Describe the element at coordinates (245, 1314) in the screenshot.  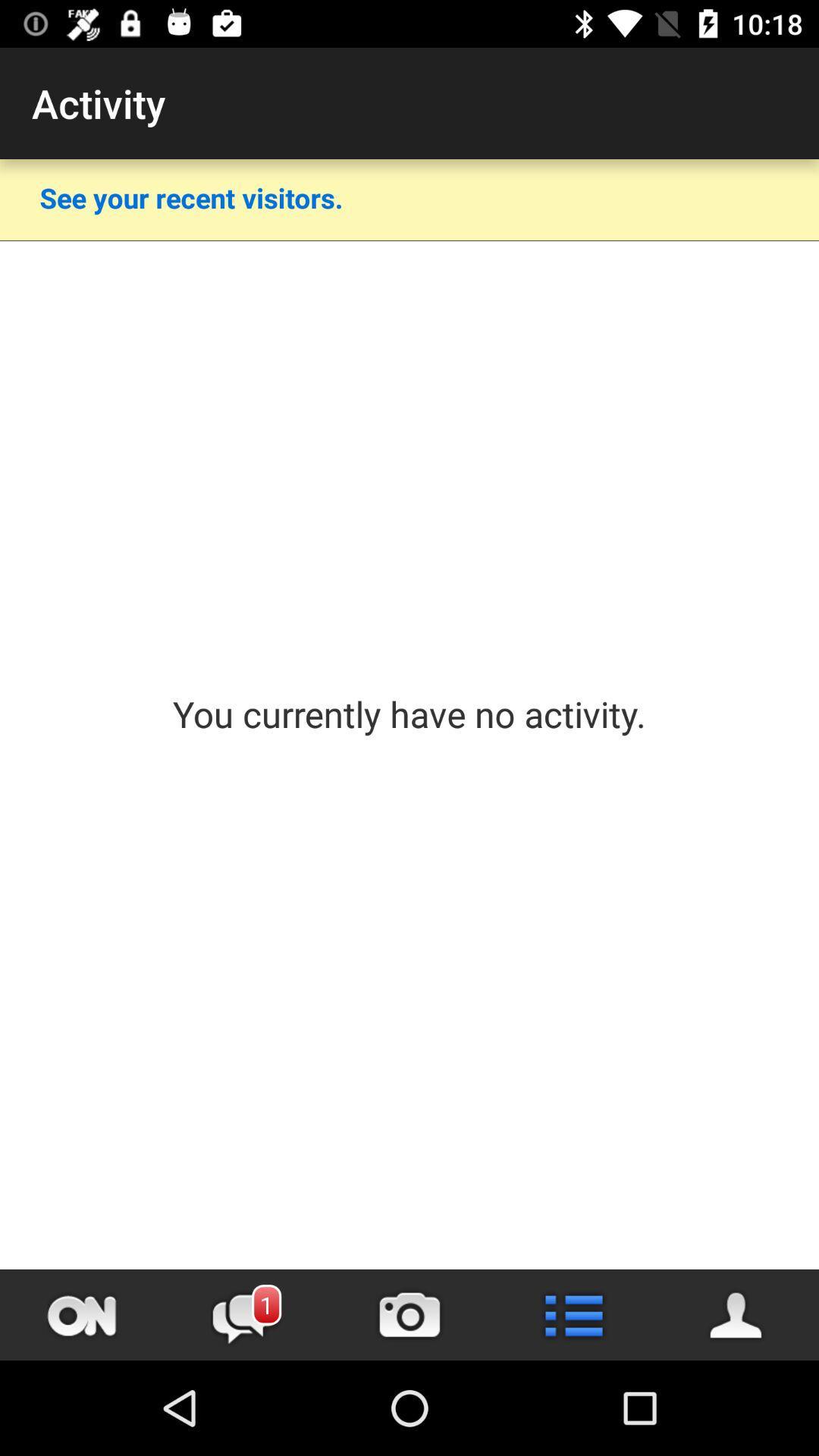
I see `switch messages option` at that location.